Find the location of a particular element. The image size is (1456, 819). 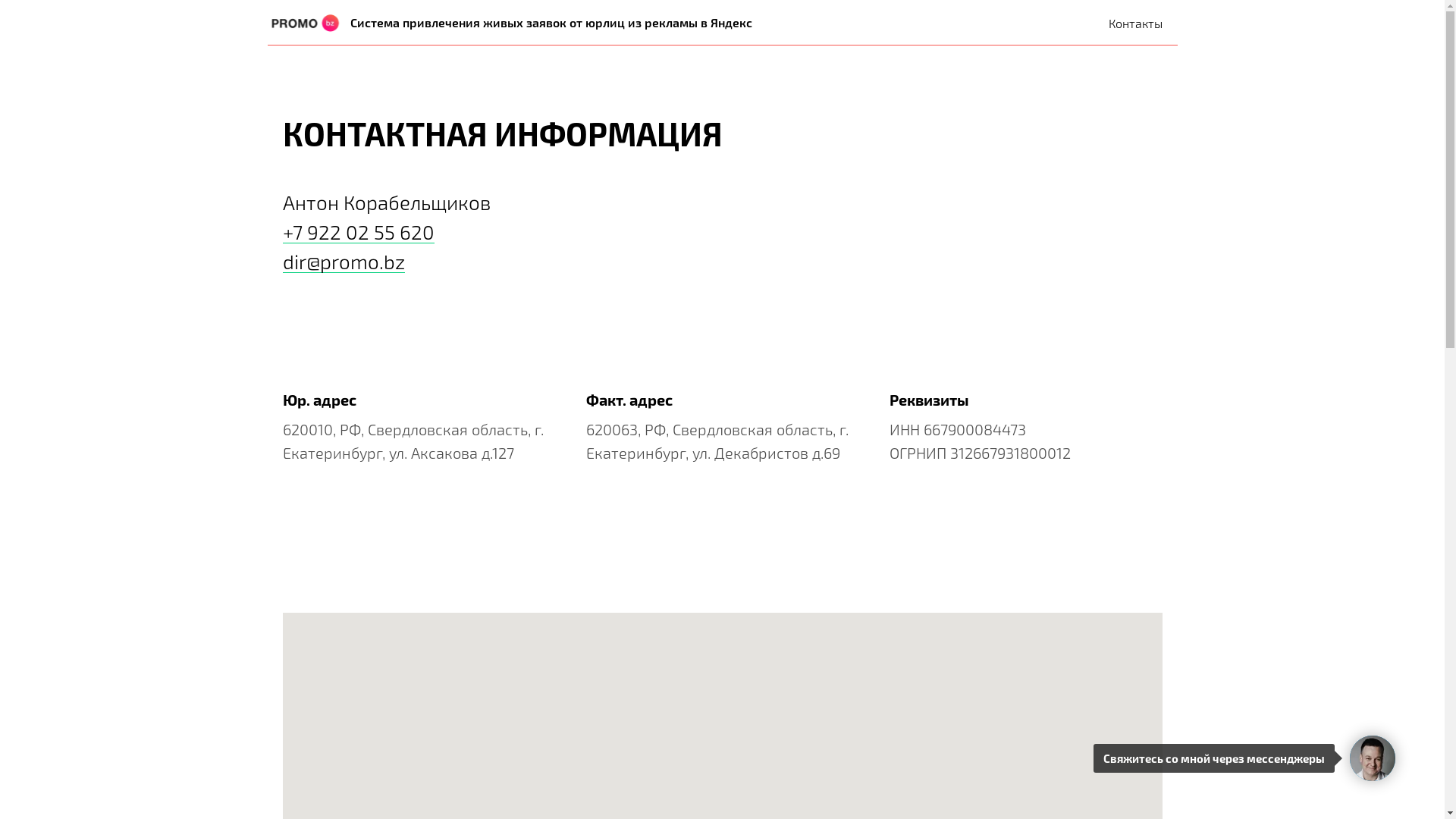

'dir@promo.bz' is located at coordinates (342, 260).